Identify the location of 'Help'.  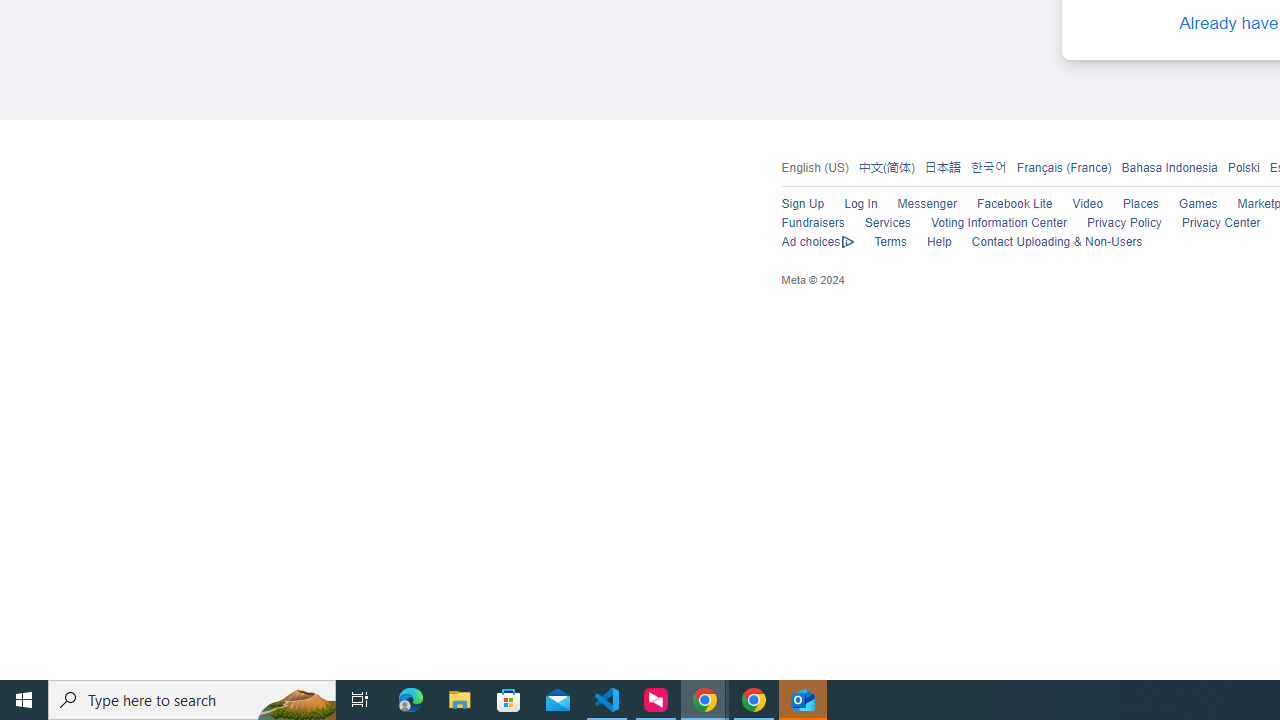
(937, 241).